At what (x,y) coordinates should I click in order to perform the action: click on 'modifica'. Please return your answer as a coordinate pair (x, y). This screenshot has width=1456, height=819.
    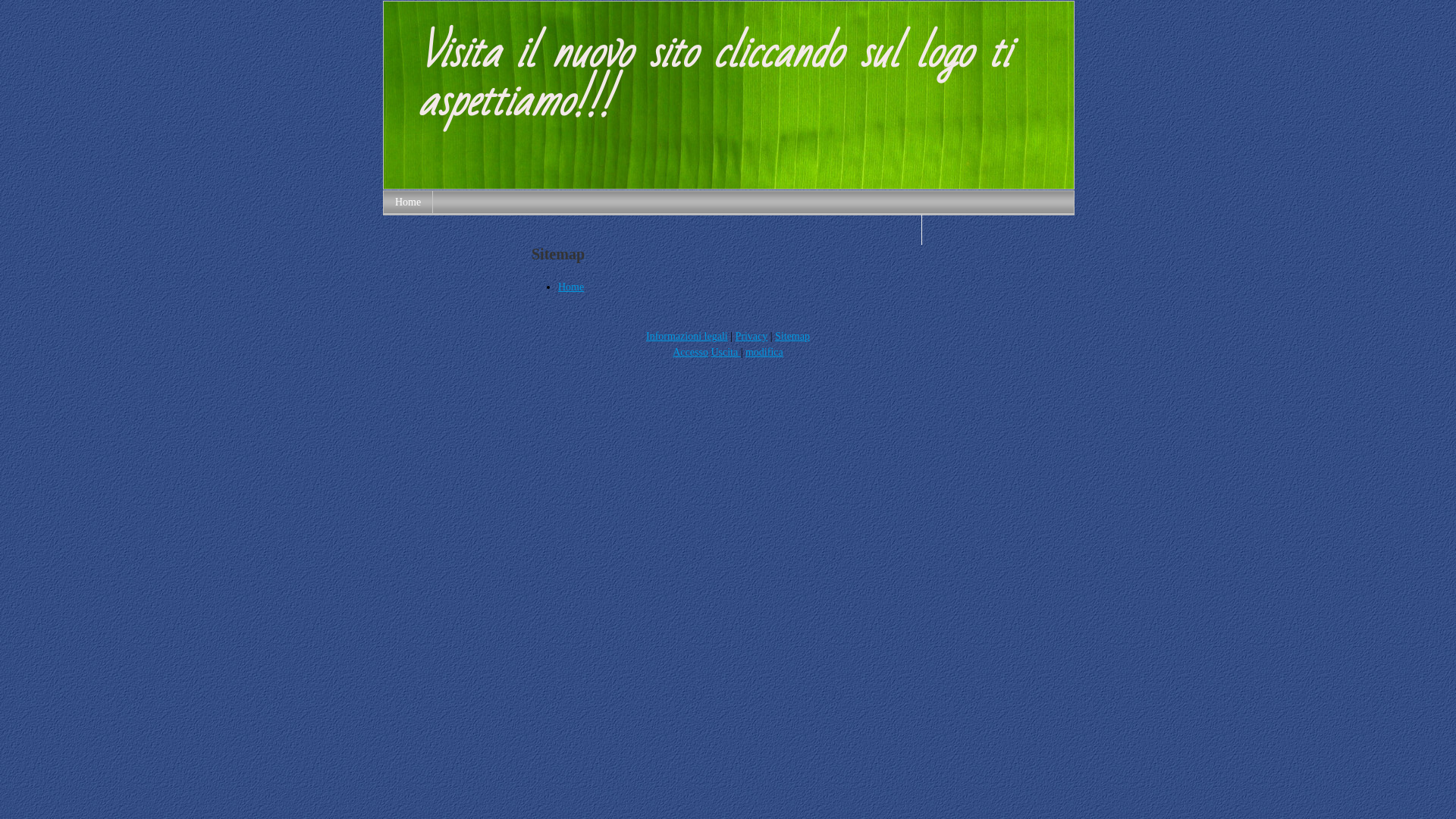
    Looking at the image, I should click on (764, 352).